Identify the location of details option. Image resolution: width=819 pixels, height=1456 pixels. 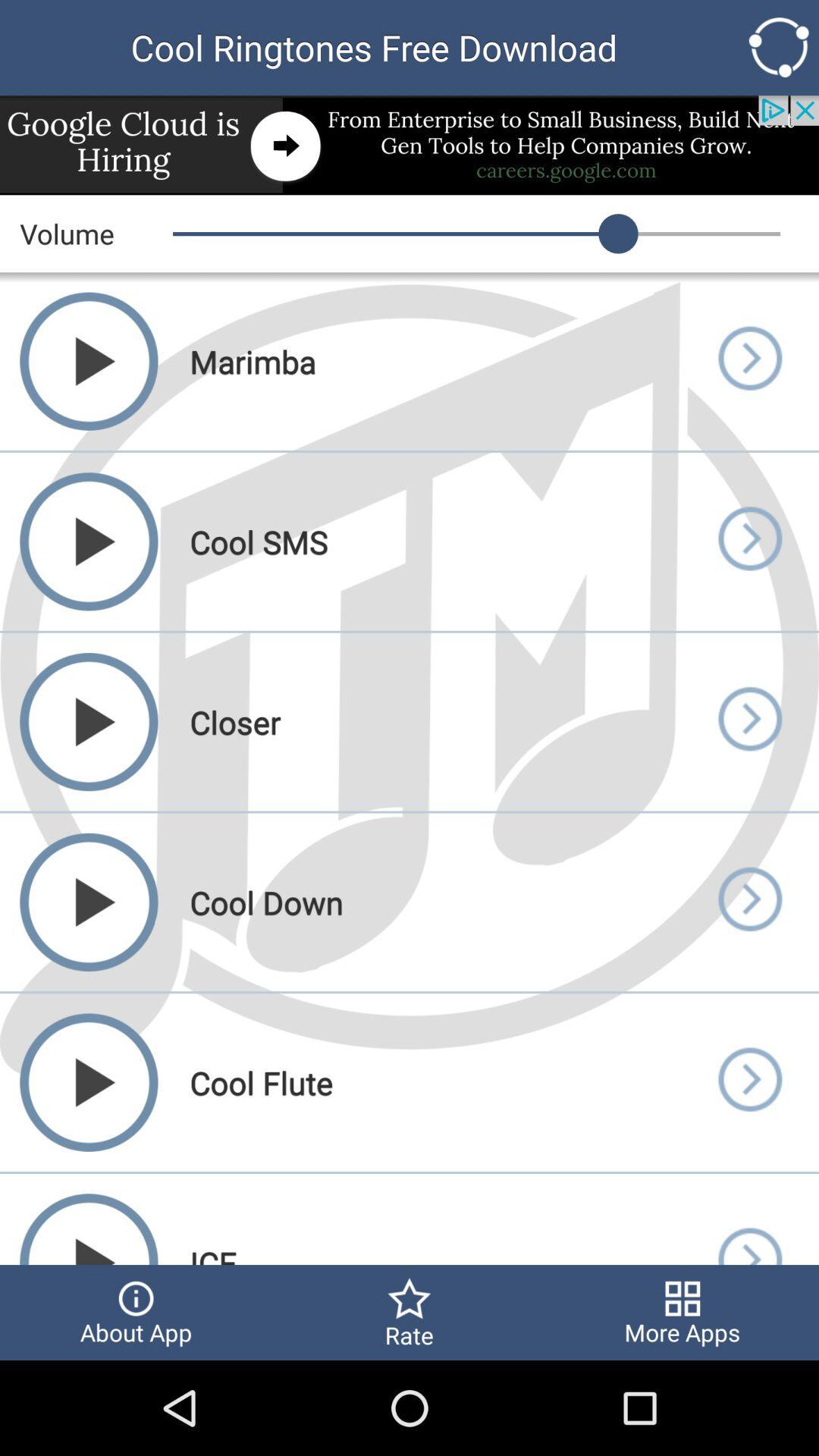
(748, 1081).